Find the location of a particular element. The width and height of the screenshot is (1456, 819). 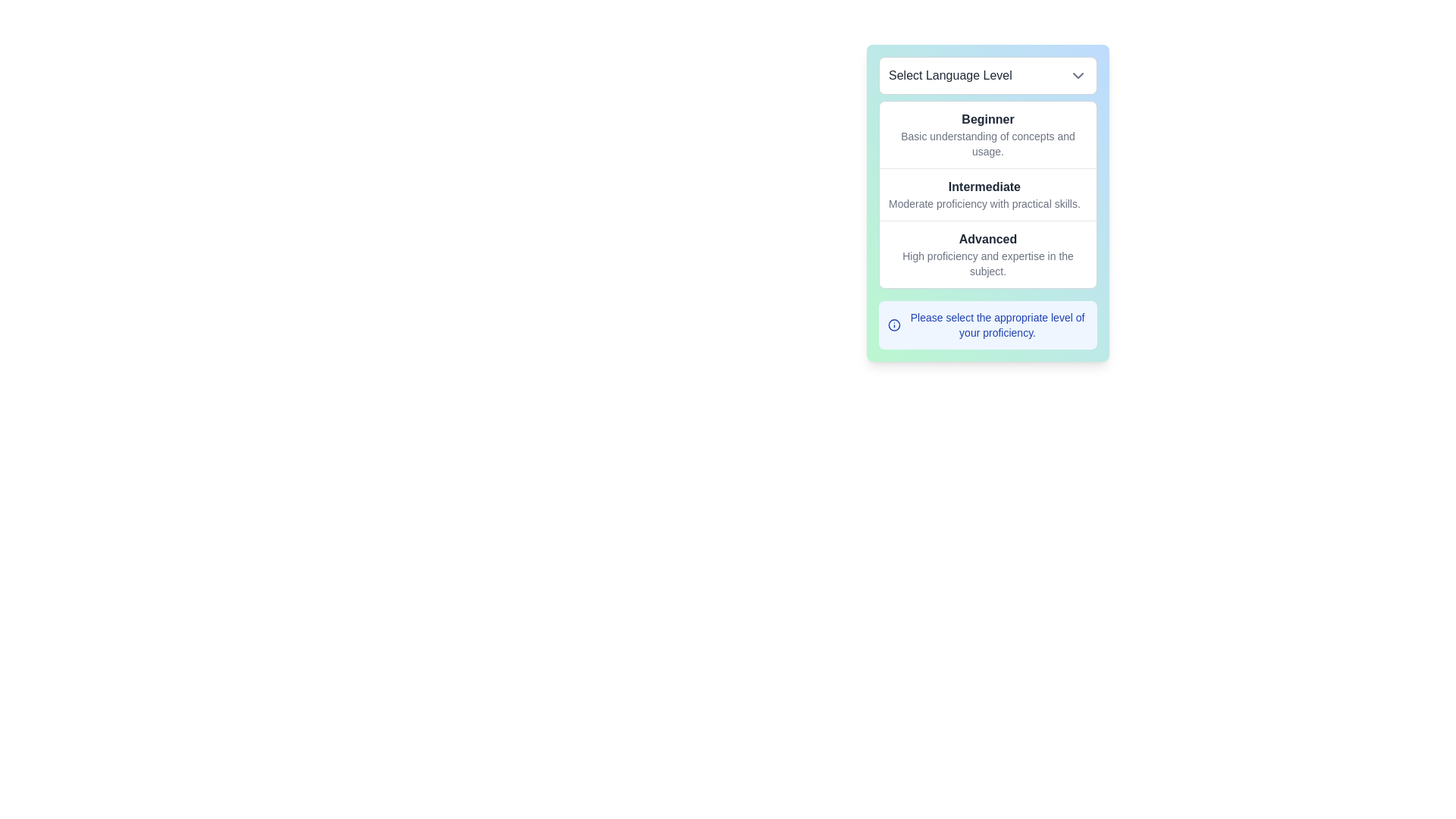

the 'Advanced' proficiency level selection element, which is the third item in a vertical list located in the central content area of the interface, positioned below 'Intermediate' and above instructional text is located at coordinates (987, 253).